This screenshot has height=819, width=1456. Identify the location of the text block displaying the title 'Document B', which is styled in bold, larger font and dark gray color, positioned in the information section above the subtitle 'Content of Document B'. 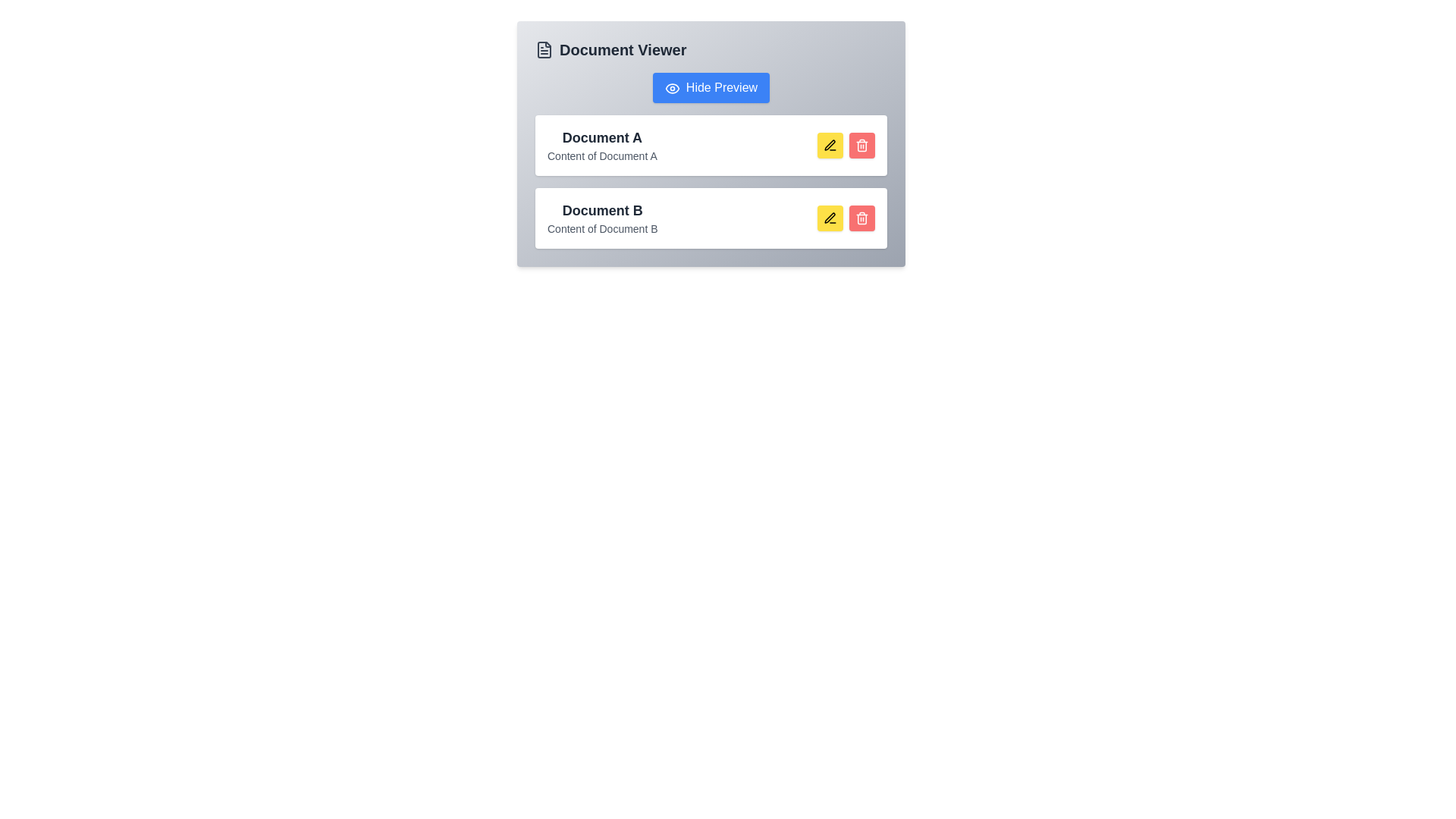
(601, 210).